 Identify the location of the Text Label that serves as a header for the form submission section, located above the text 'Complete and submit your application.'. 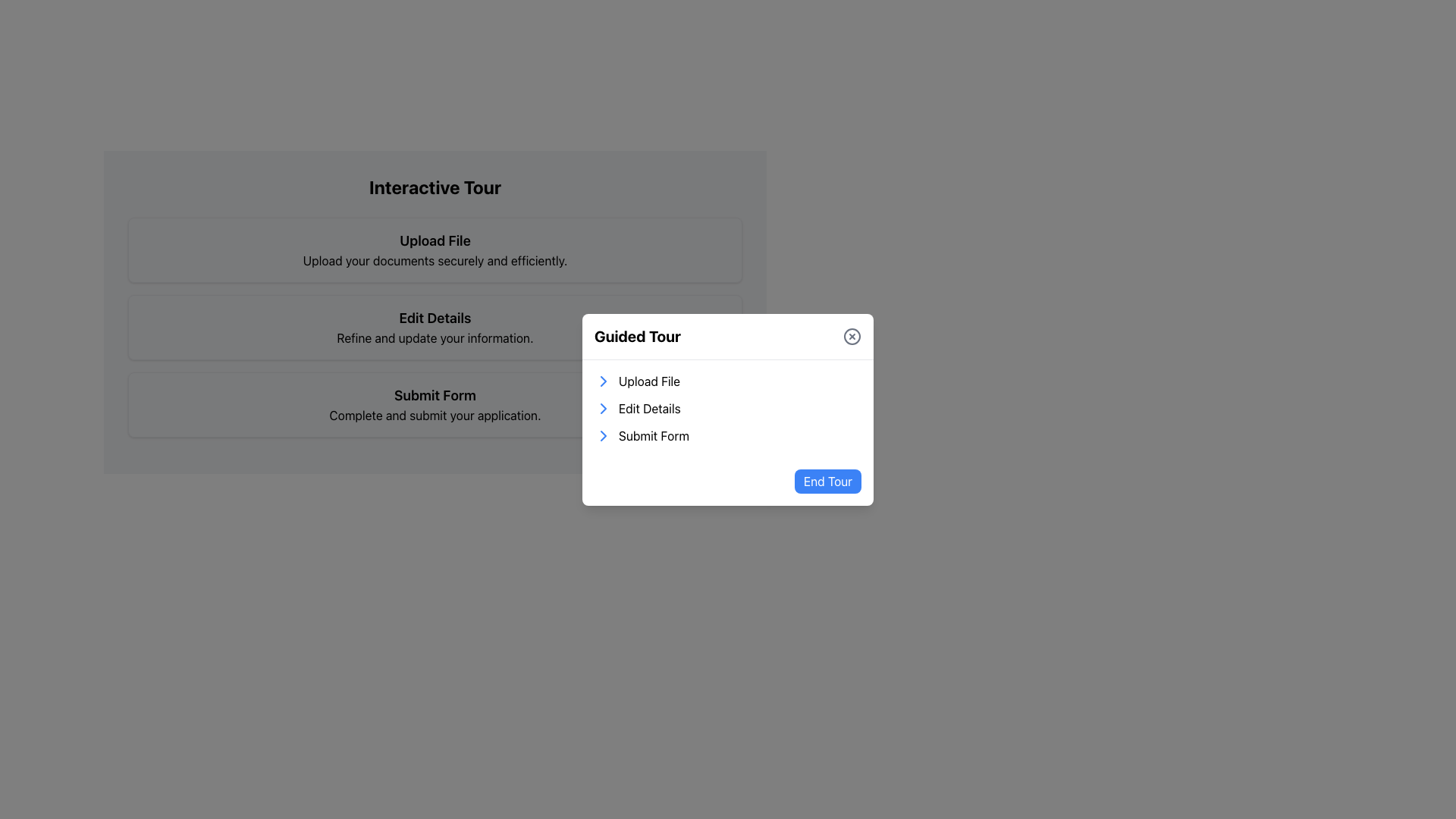
(435, 394).